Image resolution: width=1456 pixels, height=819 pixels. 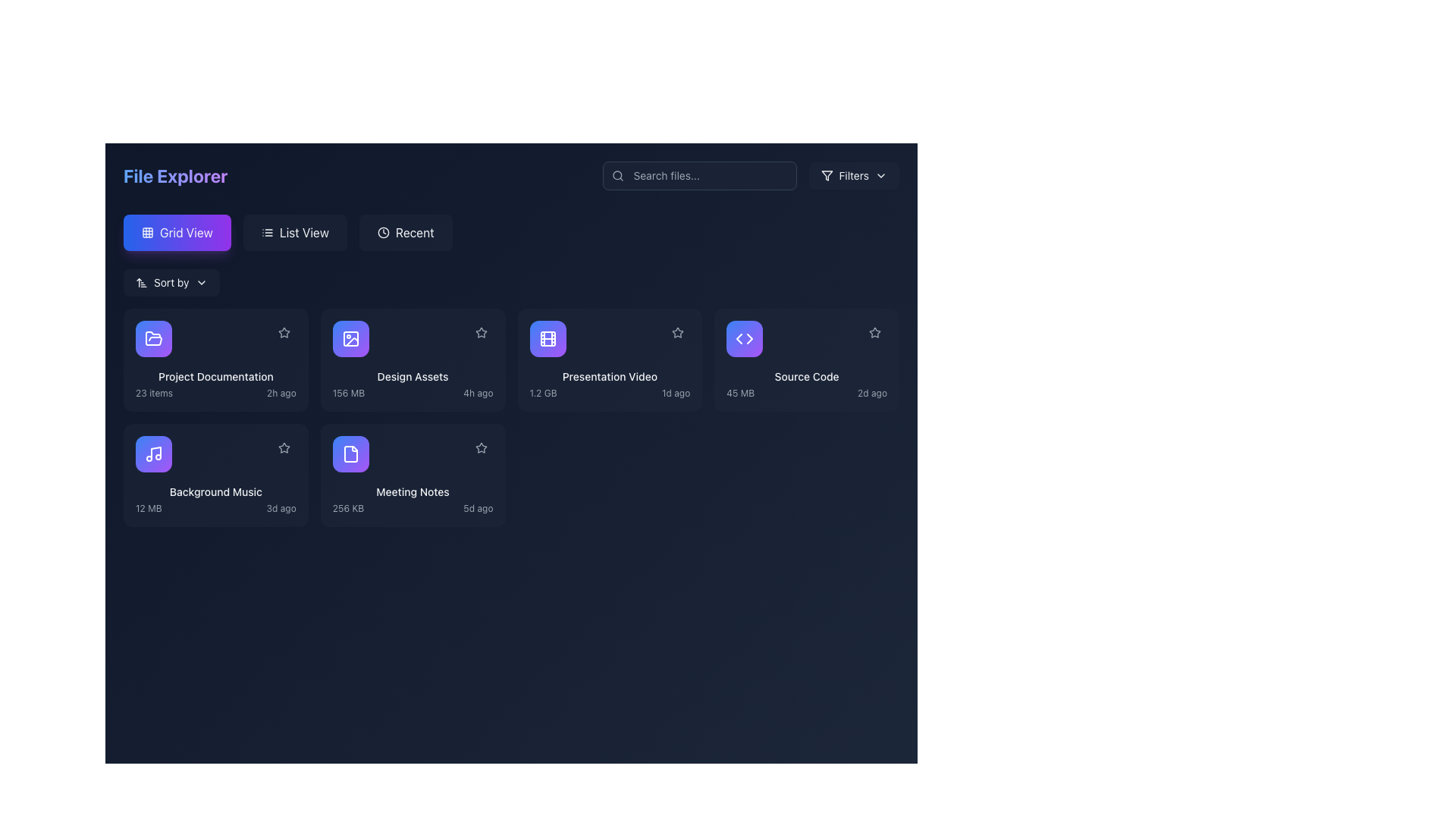 What do you see at coordinates (477, 509) in the screenshot?
I see `the static text label displaying the timestamp for the file 'Meeting Notes', located in the lower-right corner of its card` at bounding box center [477, 509].